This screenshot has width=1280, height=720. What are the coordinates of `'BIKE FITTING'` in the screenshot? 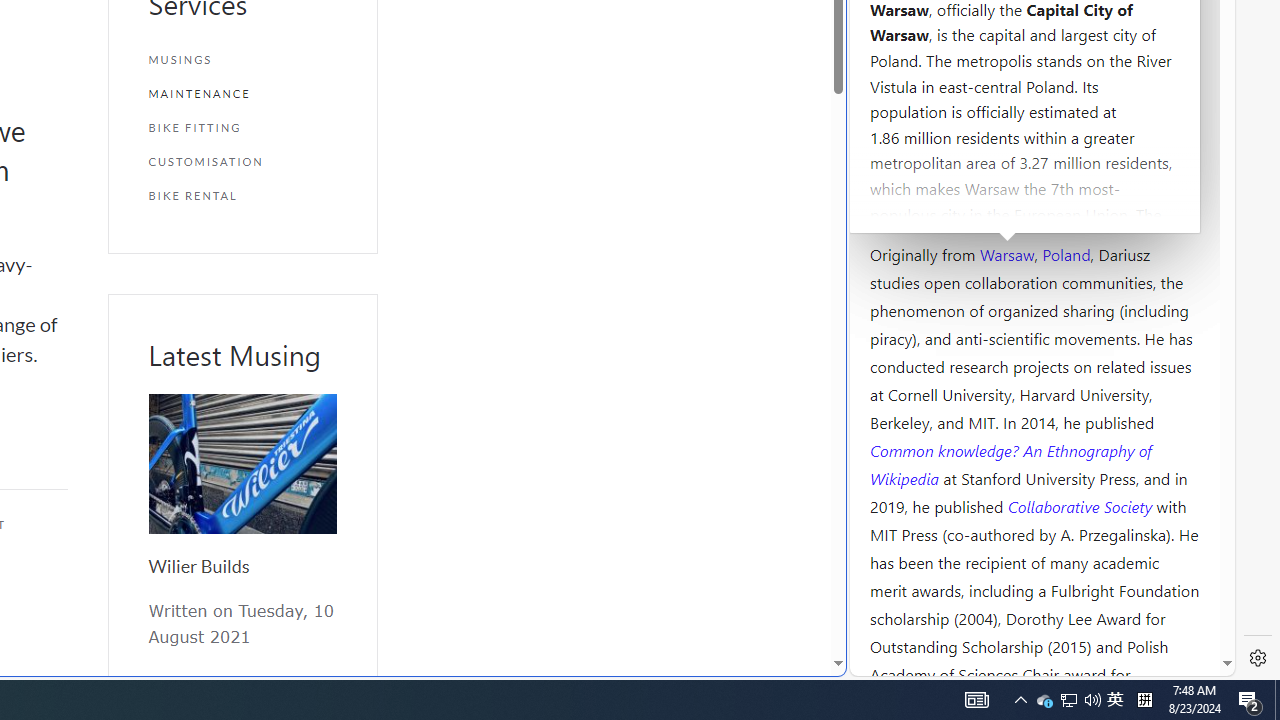 It's located at (241, 127).